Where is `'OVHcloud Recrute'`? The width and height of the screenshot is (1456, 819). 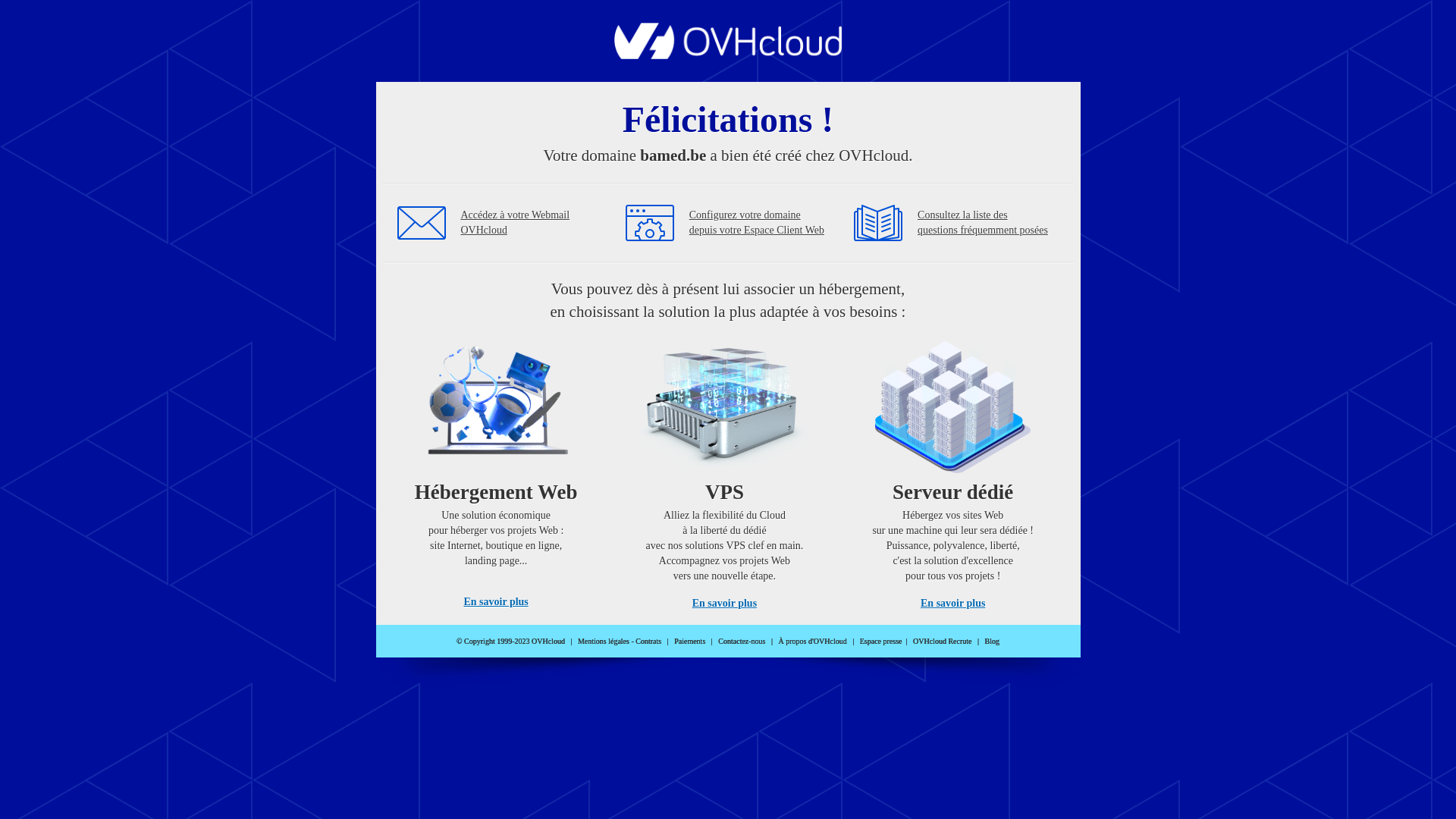 'OVHcloud Recrute' is located at coordinates (912, 641).